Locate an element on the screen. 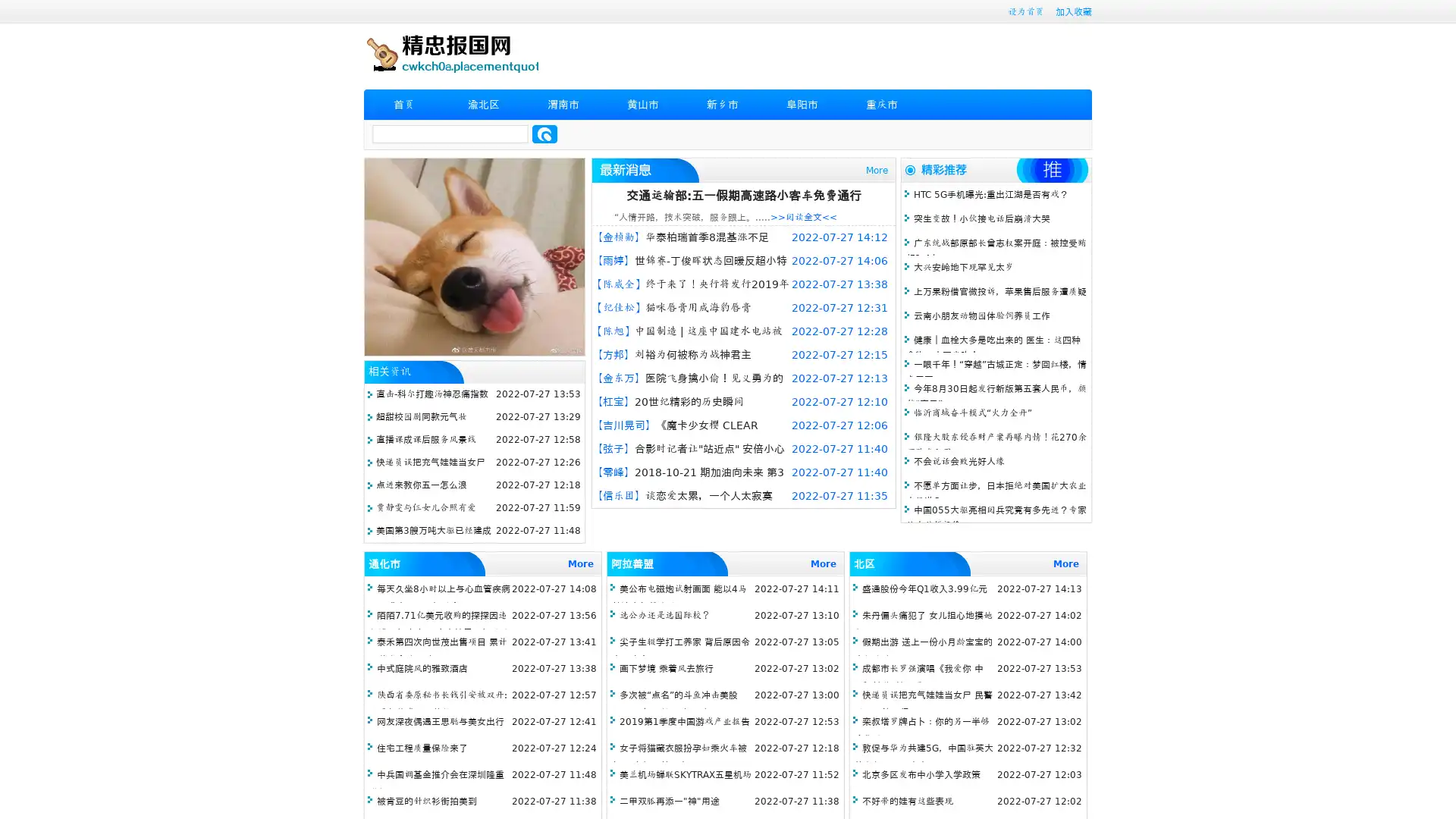 The height and width of the screenshot is (819, 1456). Search is located at coordinates (544, 133).